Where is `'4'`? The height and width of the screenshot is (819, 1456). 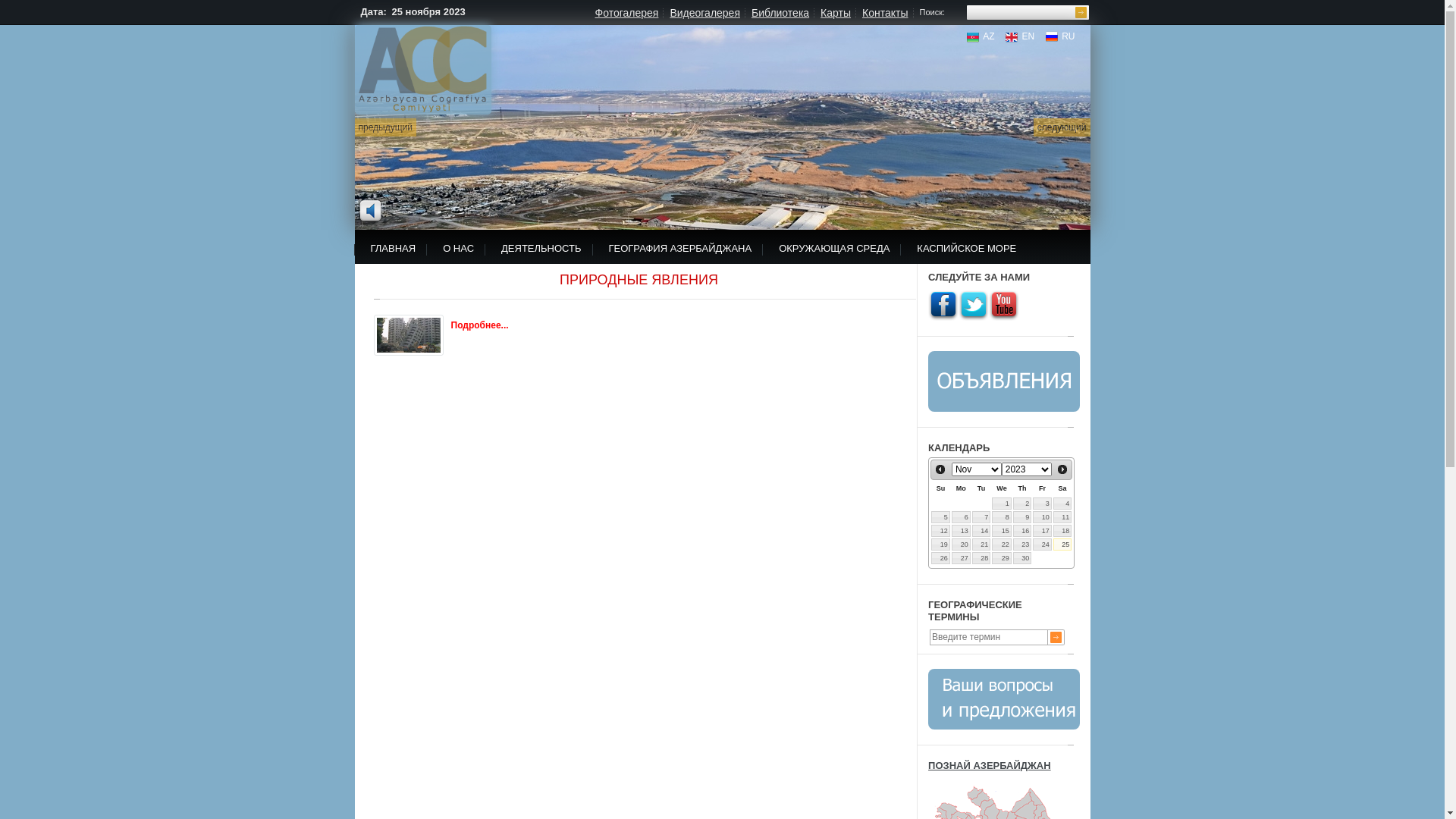
'4' is located at coordinates (1062, 503).